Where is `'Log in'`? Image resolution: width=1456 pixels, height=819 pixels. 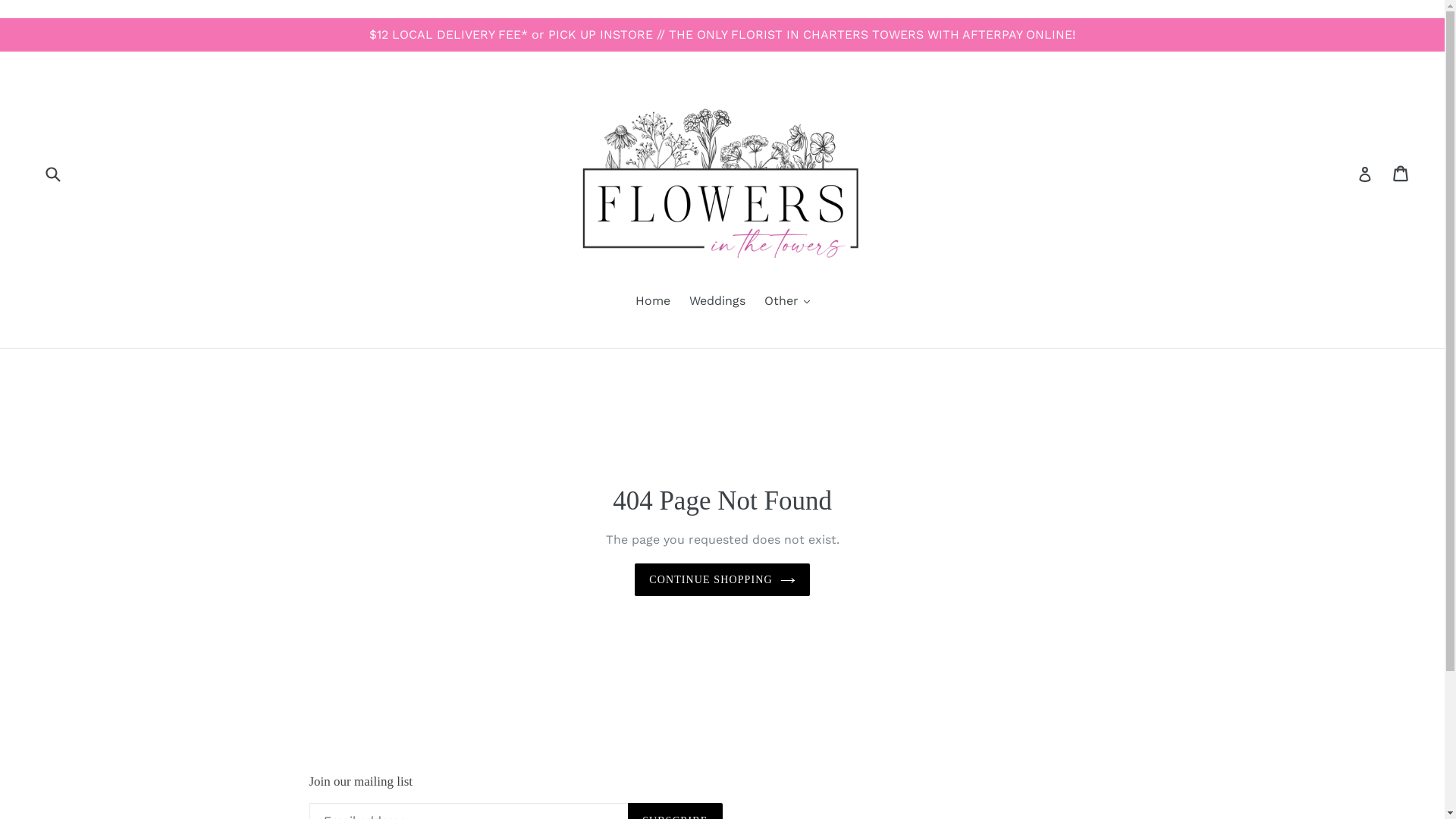
'Log in' is located at coordinates (1365, 172).